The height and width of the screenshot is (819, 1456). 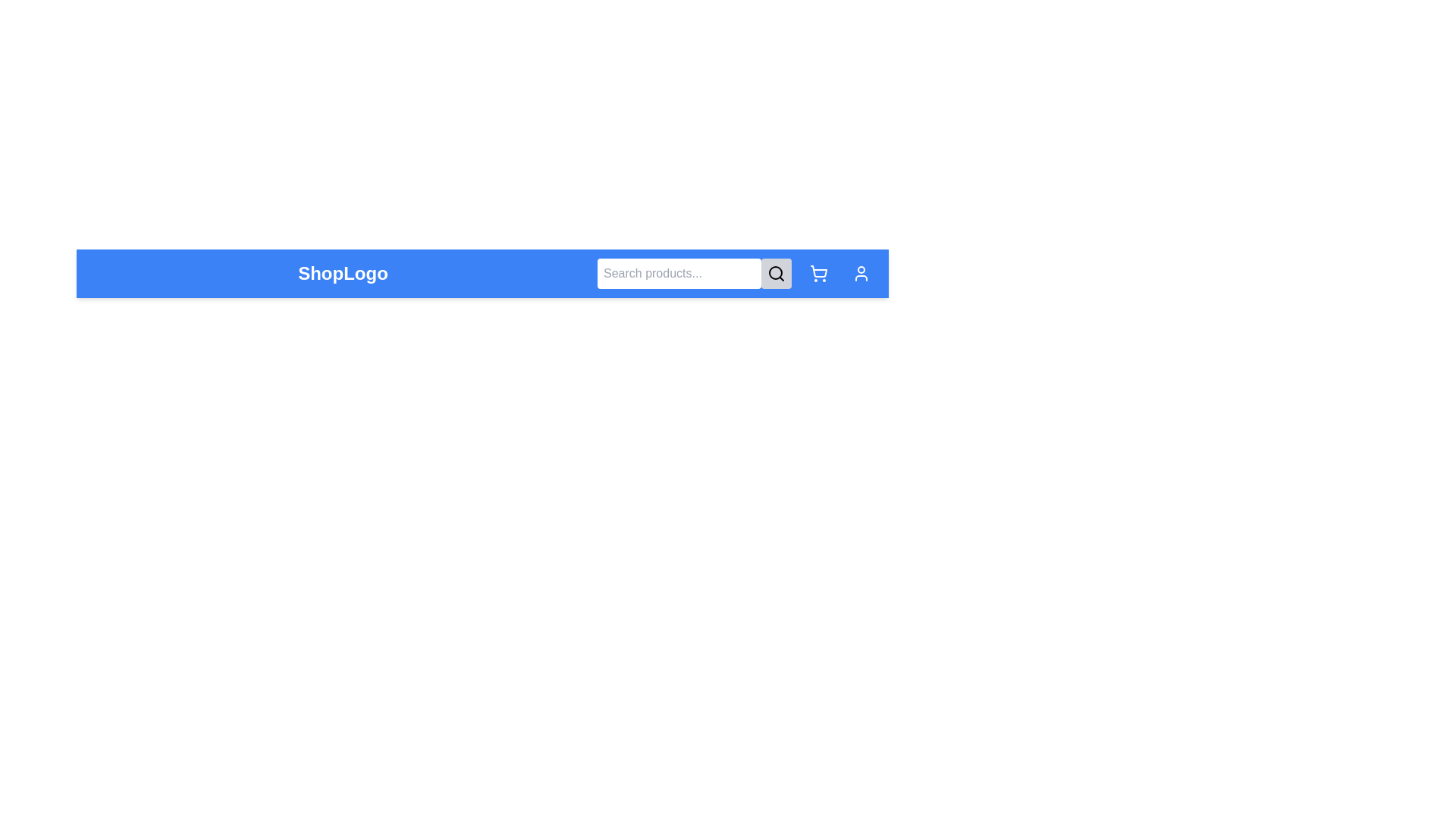 What do you see at coordinates (861, 274) in the screenshot?
I see `the user profile icon` at bounding box center [861, 274].